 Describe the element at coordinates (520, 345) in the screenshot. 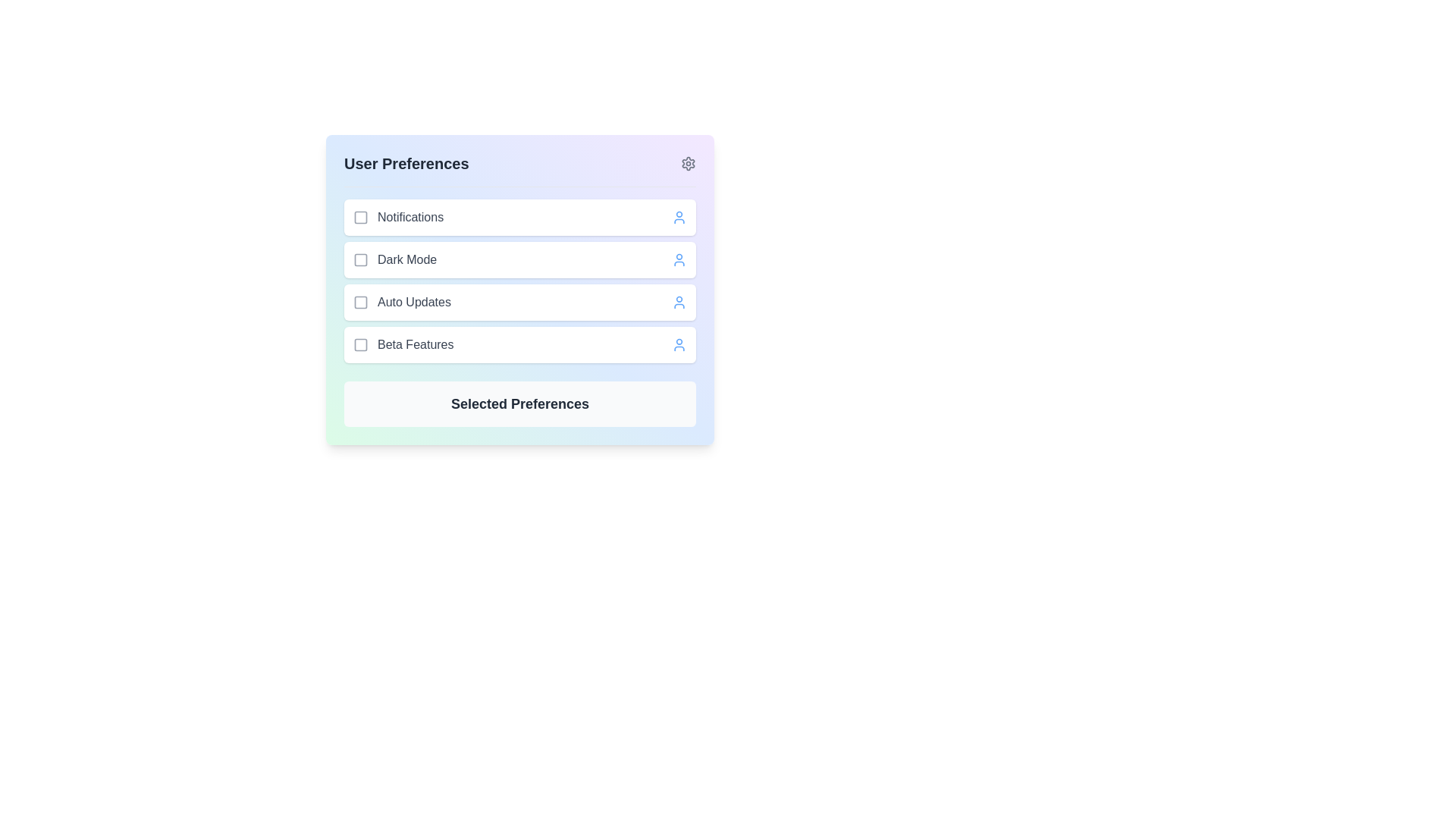

I see `the 'Beta Features' button-like list item` at that location.